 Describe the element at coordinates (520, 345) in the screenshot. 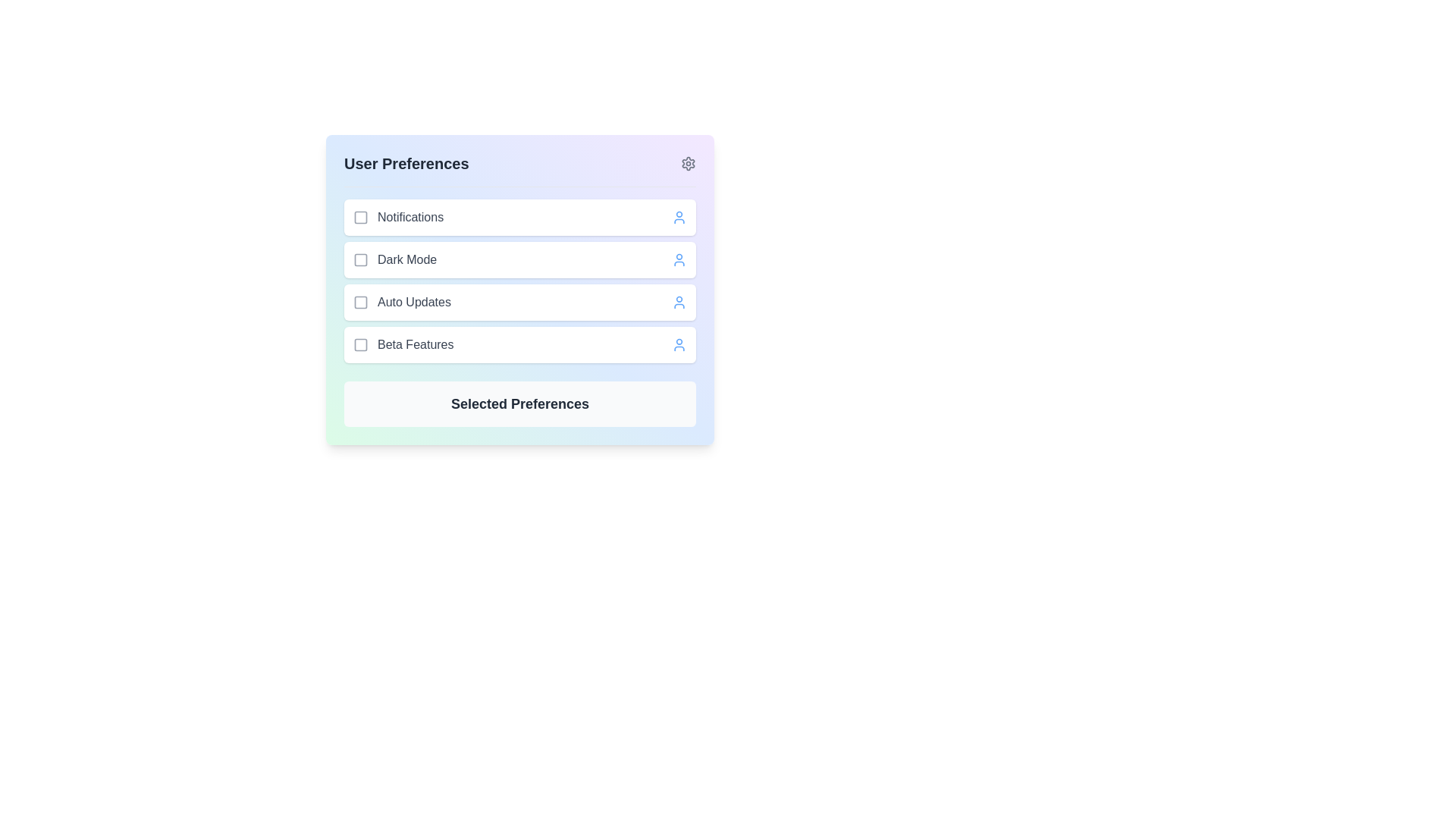

I see `the 'Beta Features' button-like list item` at that location.